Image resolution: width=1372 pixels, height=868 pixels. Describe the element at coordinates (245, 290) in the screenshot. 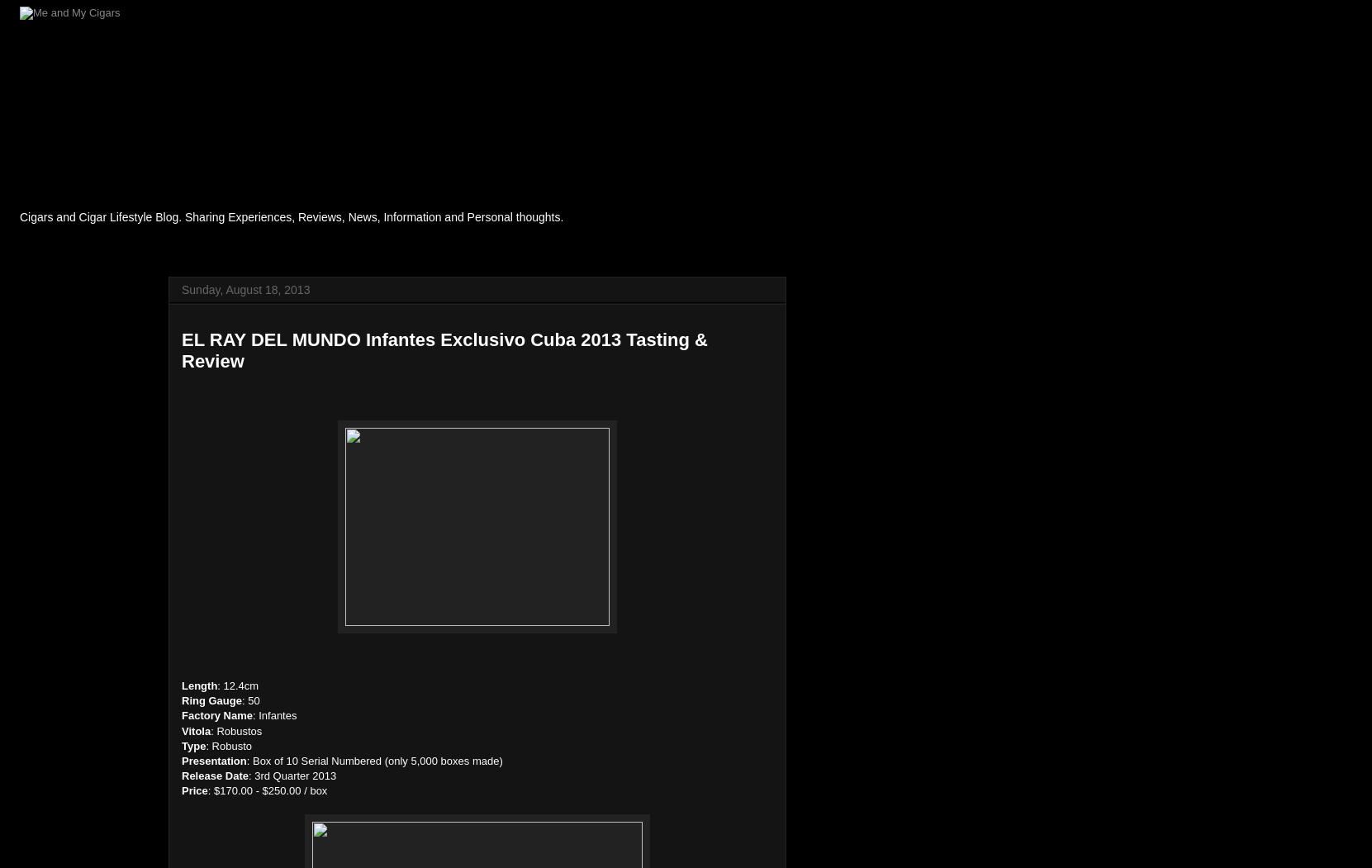

I see `'Sunday, August 18, 2013'` at that location.